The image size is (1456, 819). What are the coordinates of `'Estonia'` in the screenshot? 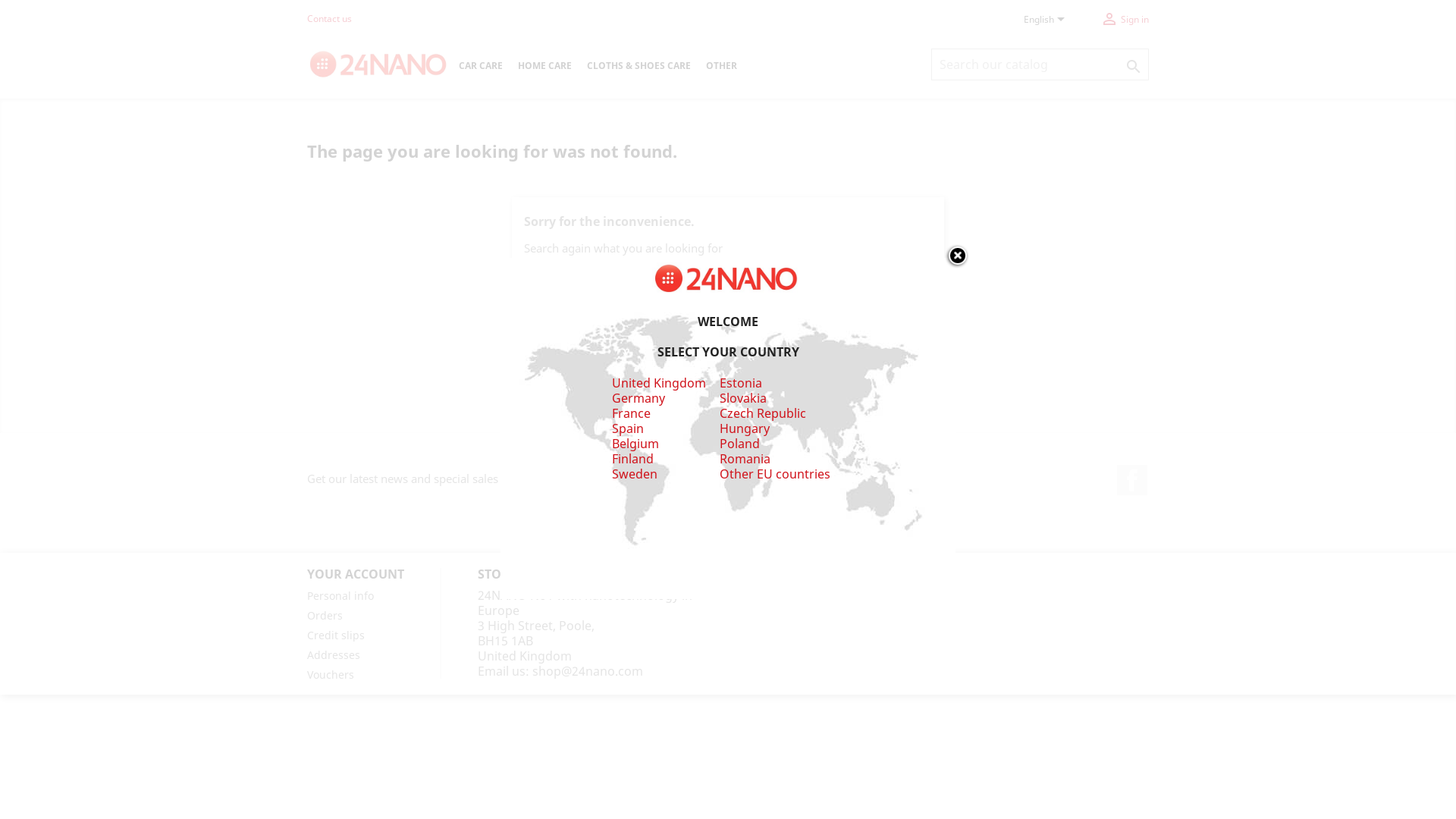 It's located at (719, 382).